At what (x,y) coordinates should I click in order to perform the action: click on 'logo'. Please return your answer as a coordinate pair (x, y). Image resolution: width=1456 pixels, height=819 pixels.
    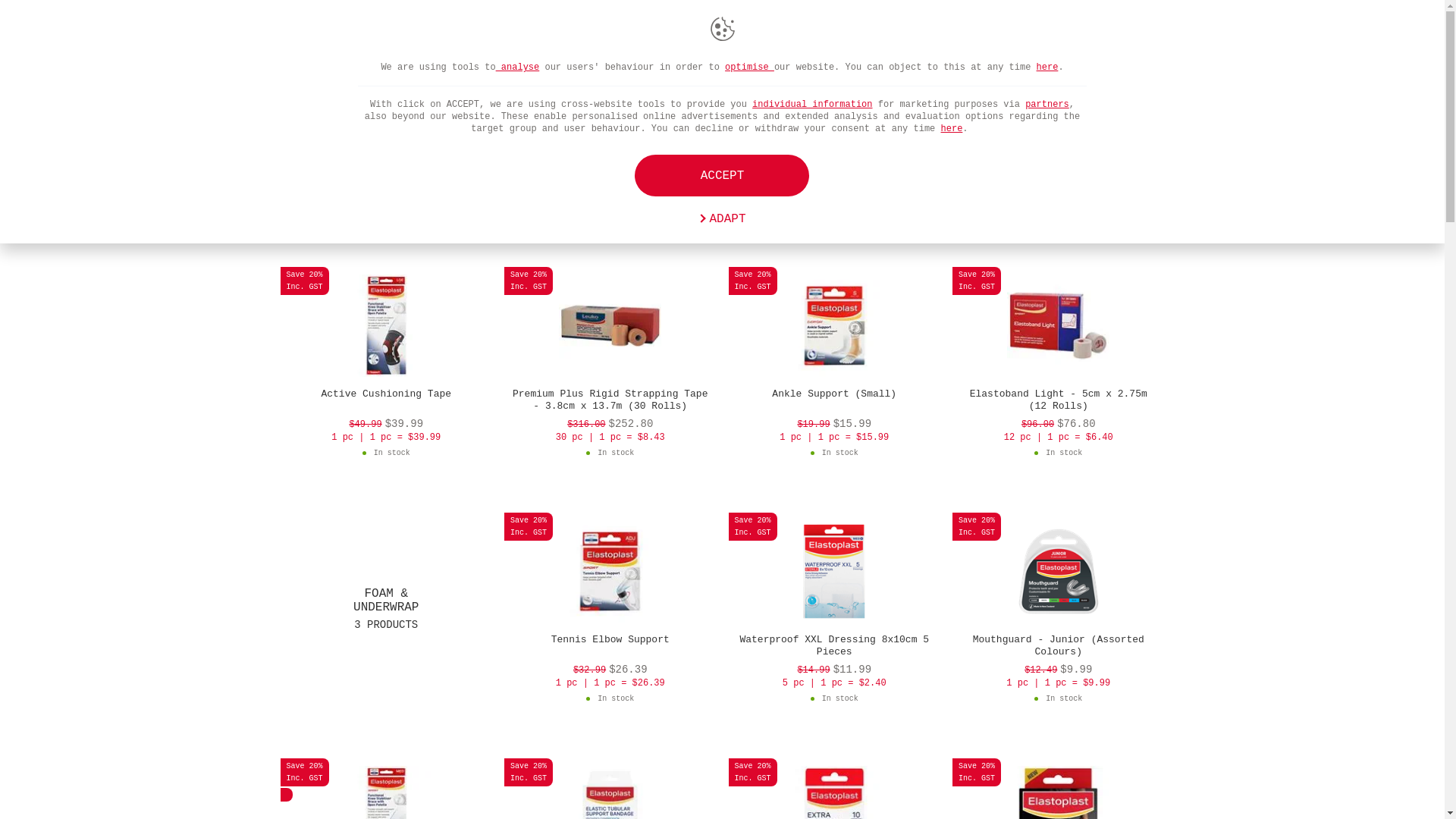
    Looking at the image, I should click on (331, 32).